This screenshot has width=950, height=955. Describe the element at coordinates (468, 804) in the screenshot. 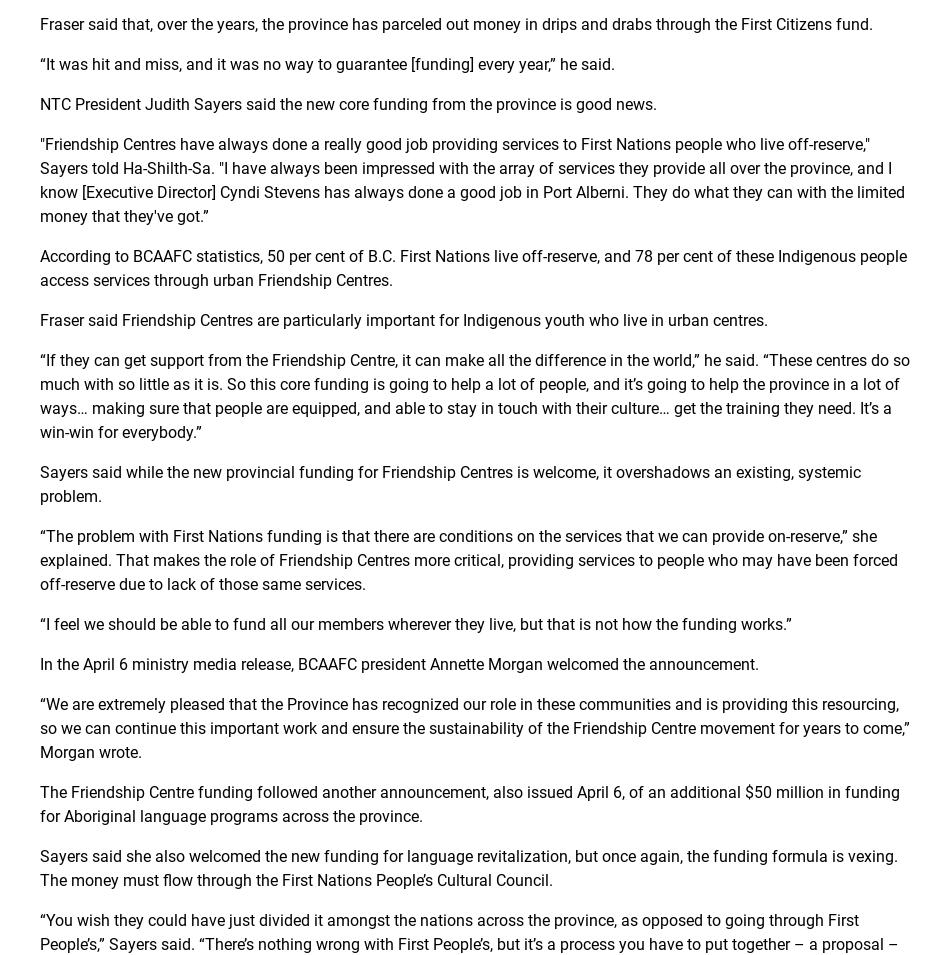

I see `'The Friendship Centre funding followed another announcement, also issued April 6, of an additional $50 million in funding for Aboriginal language programs across the province.'` at that location.